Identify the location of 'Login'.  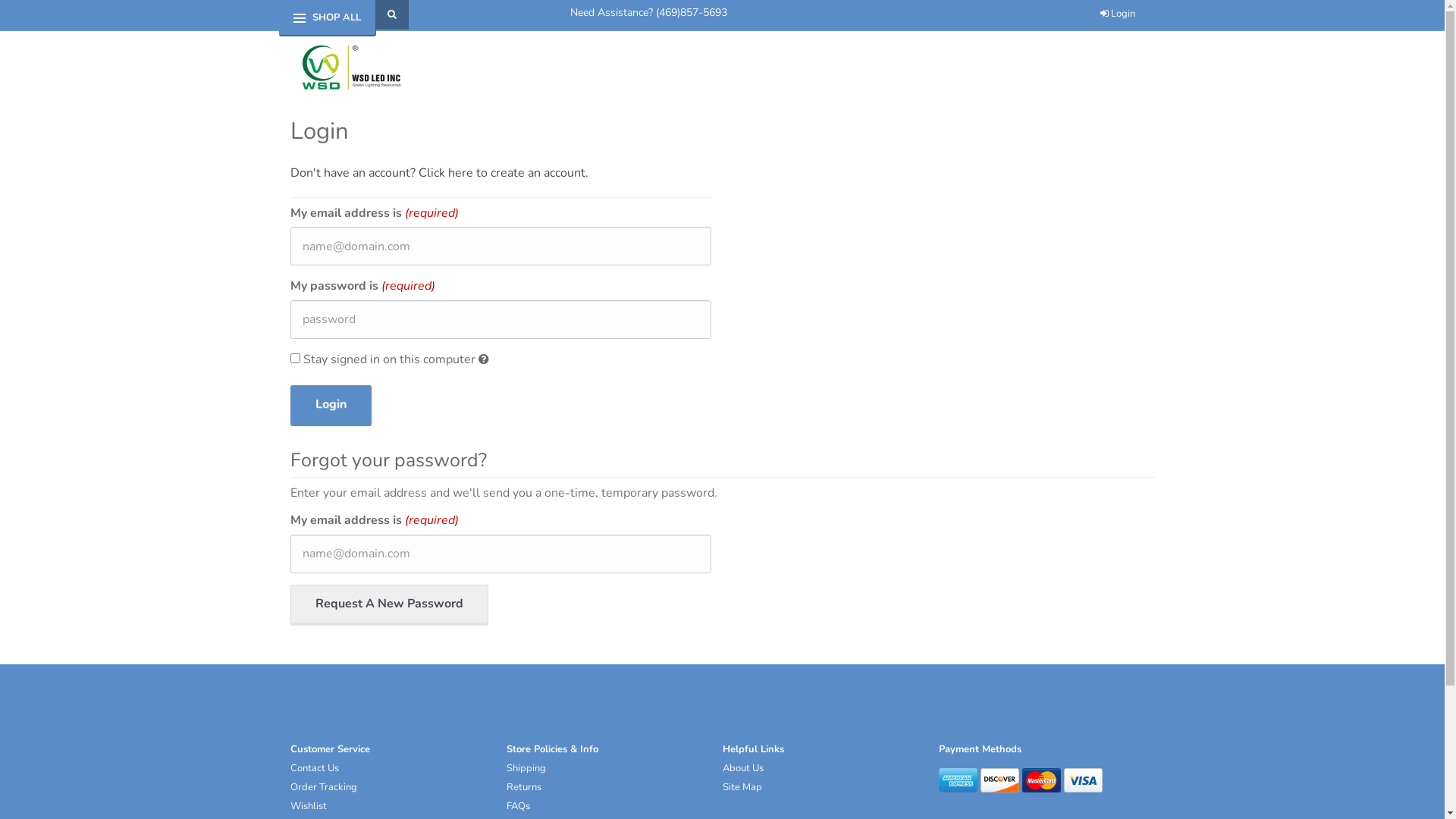
(329, 405).